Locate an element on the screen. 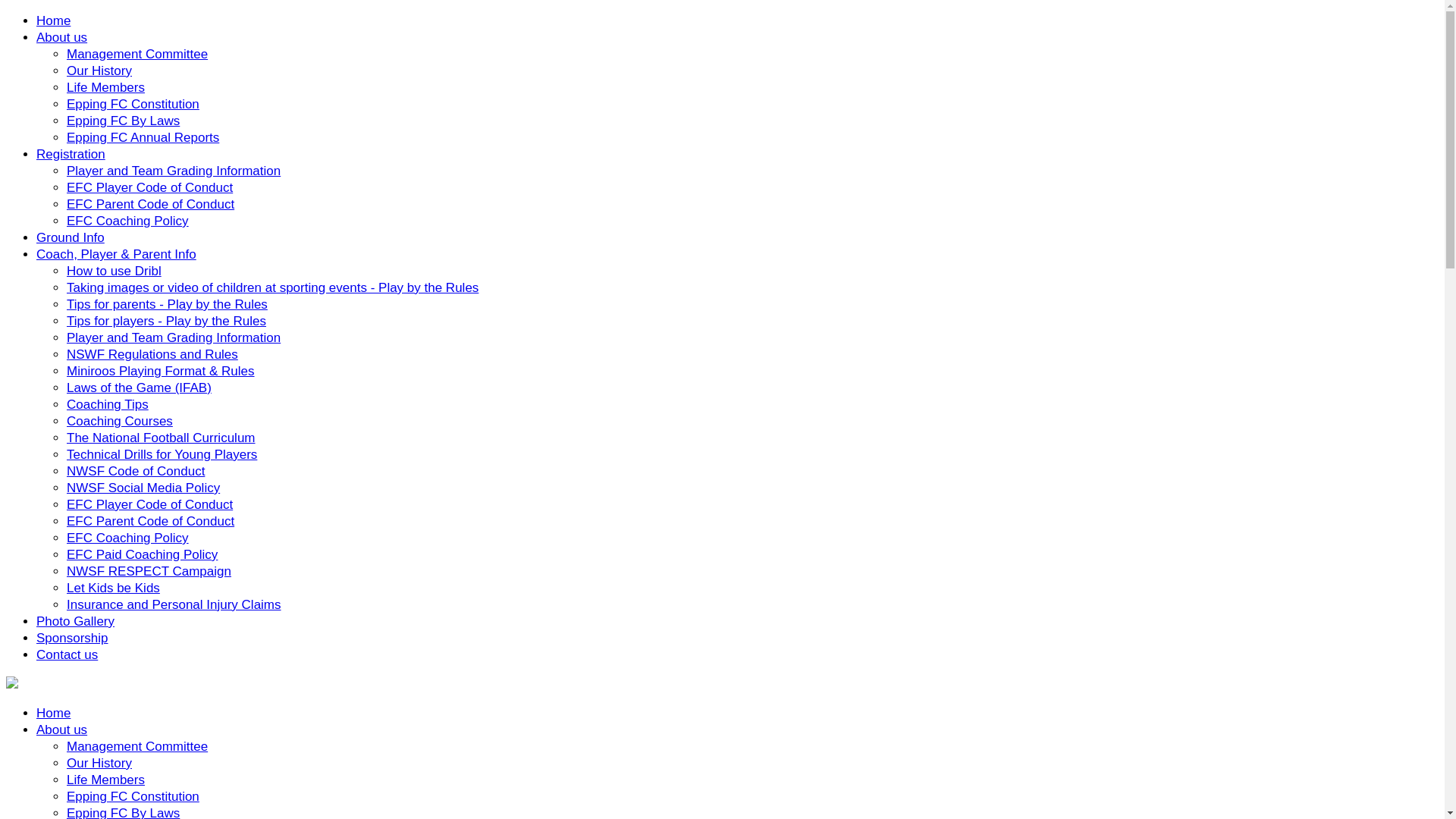  'Coach, Player & Parent Info' is located at coordinates (115, 253).